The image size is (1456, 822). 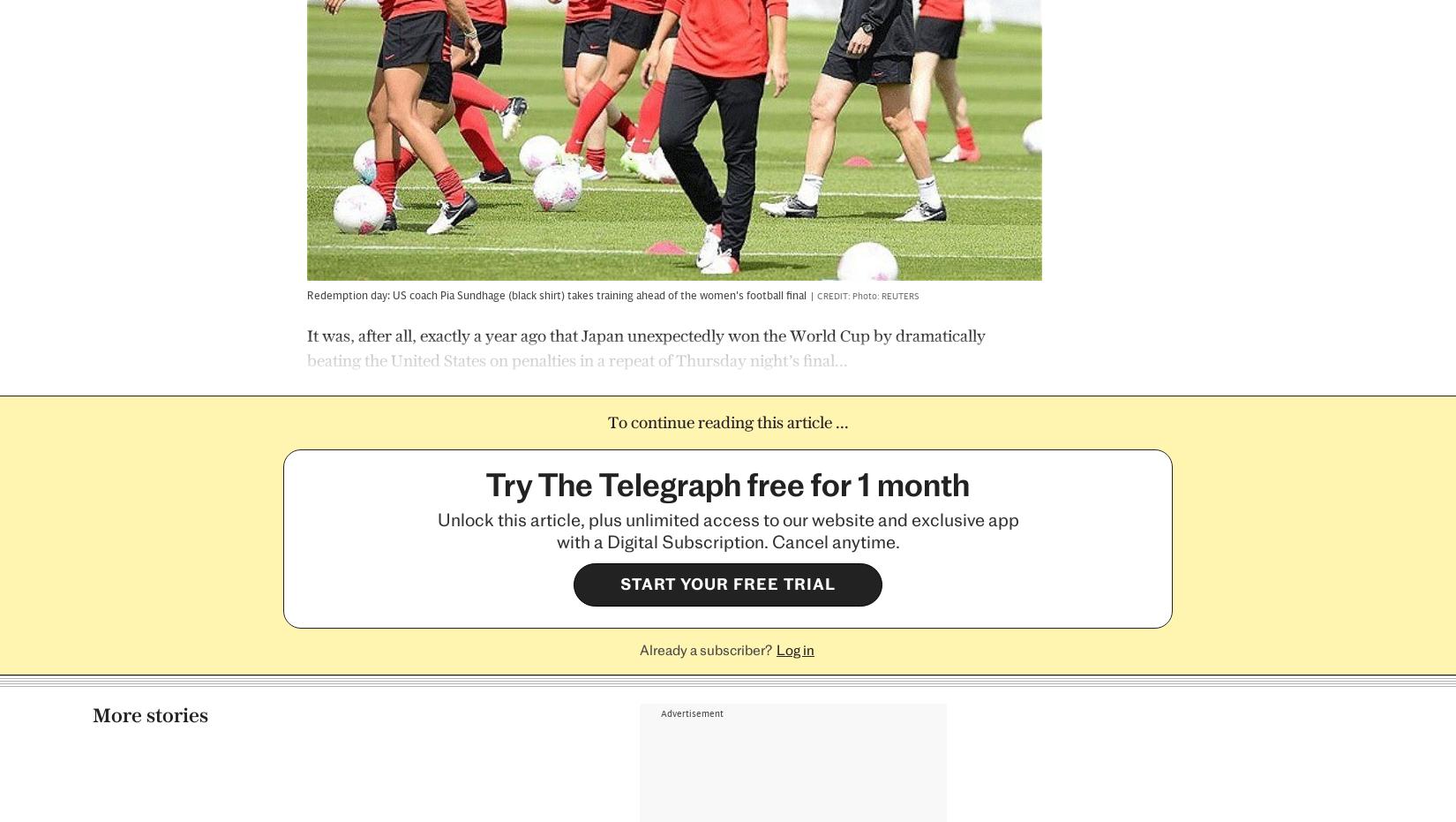 What do you see at coordinates (364, 687) in the screenshot?
I see `'Josh Burrows'` at bounding box center [364, 687].